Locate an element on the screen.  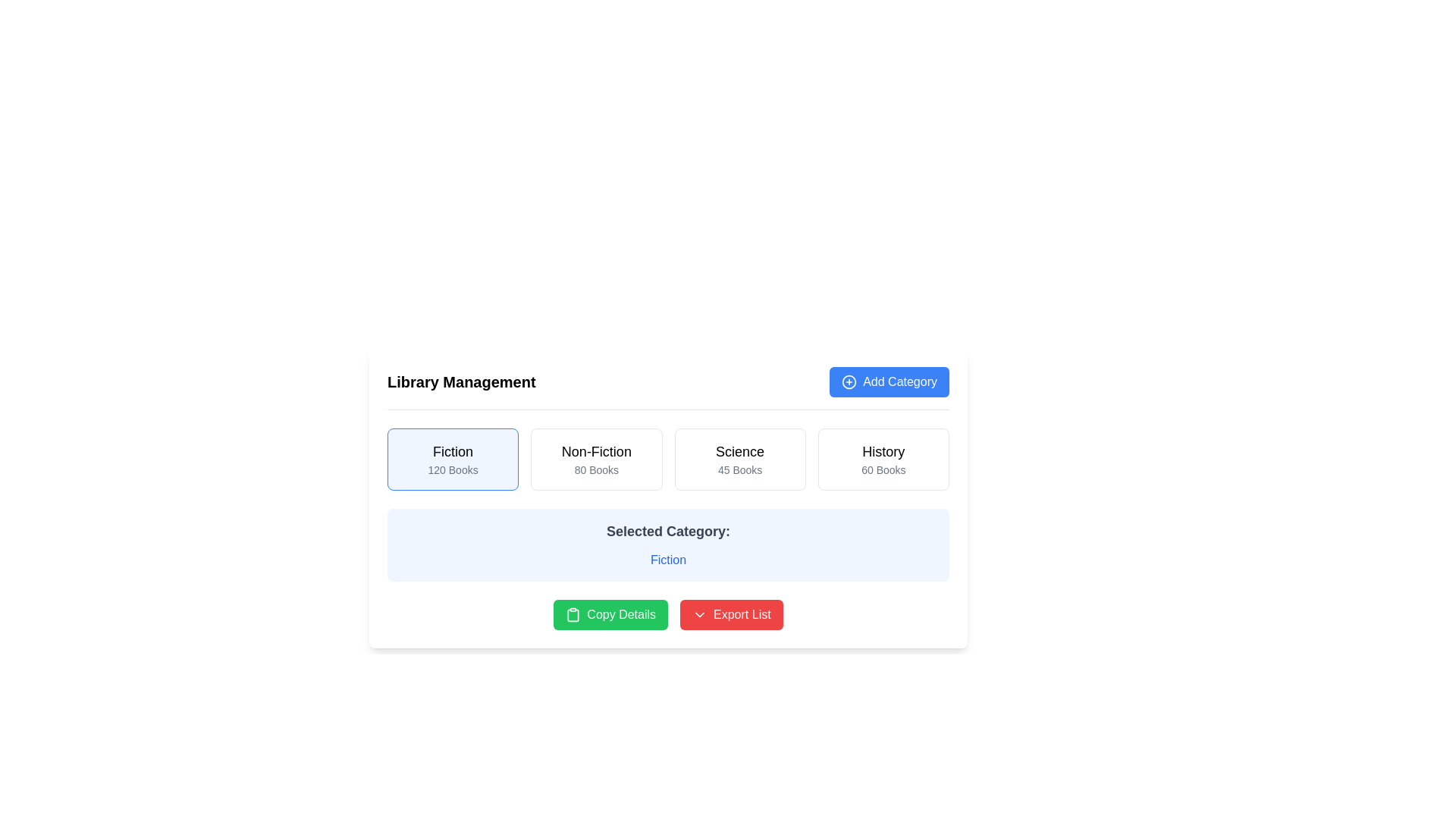
the text label displaying the count of books is located at coordinates (452, 469).